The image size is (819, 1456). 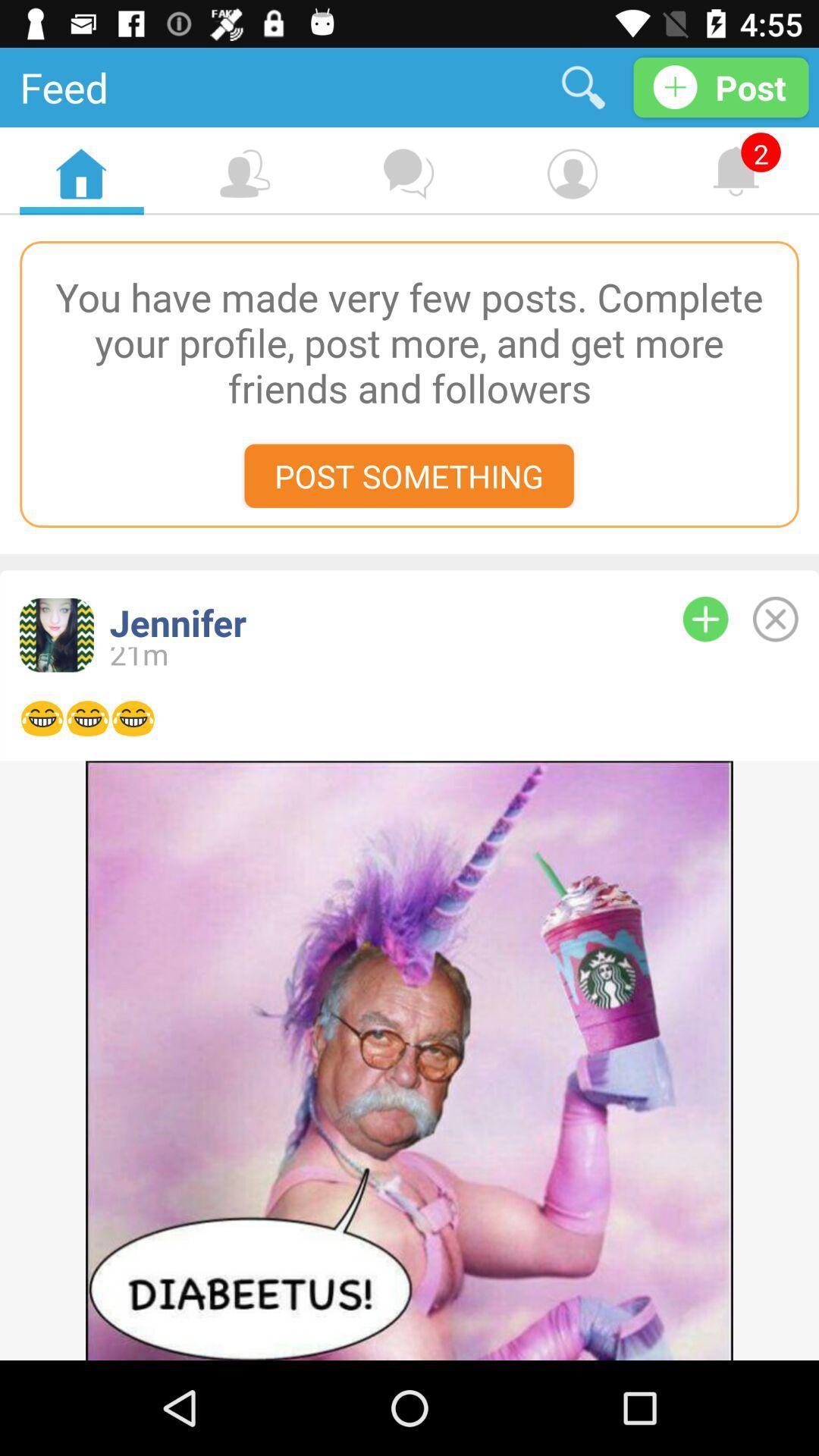 What do you see at coordinates (705, 619) in the screenshot?
I see `expand info` at bounding box center [705, 619].